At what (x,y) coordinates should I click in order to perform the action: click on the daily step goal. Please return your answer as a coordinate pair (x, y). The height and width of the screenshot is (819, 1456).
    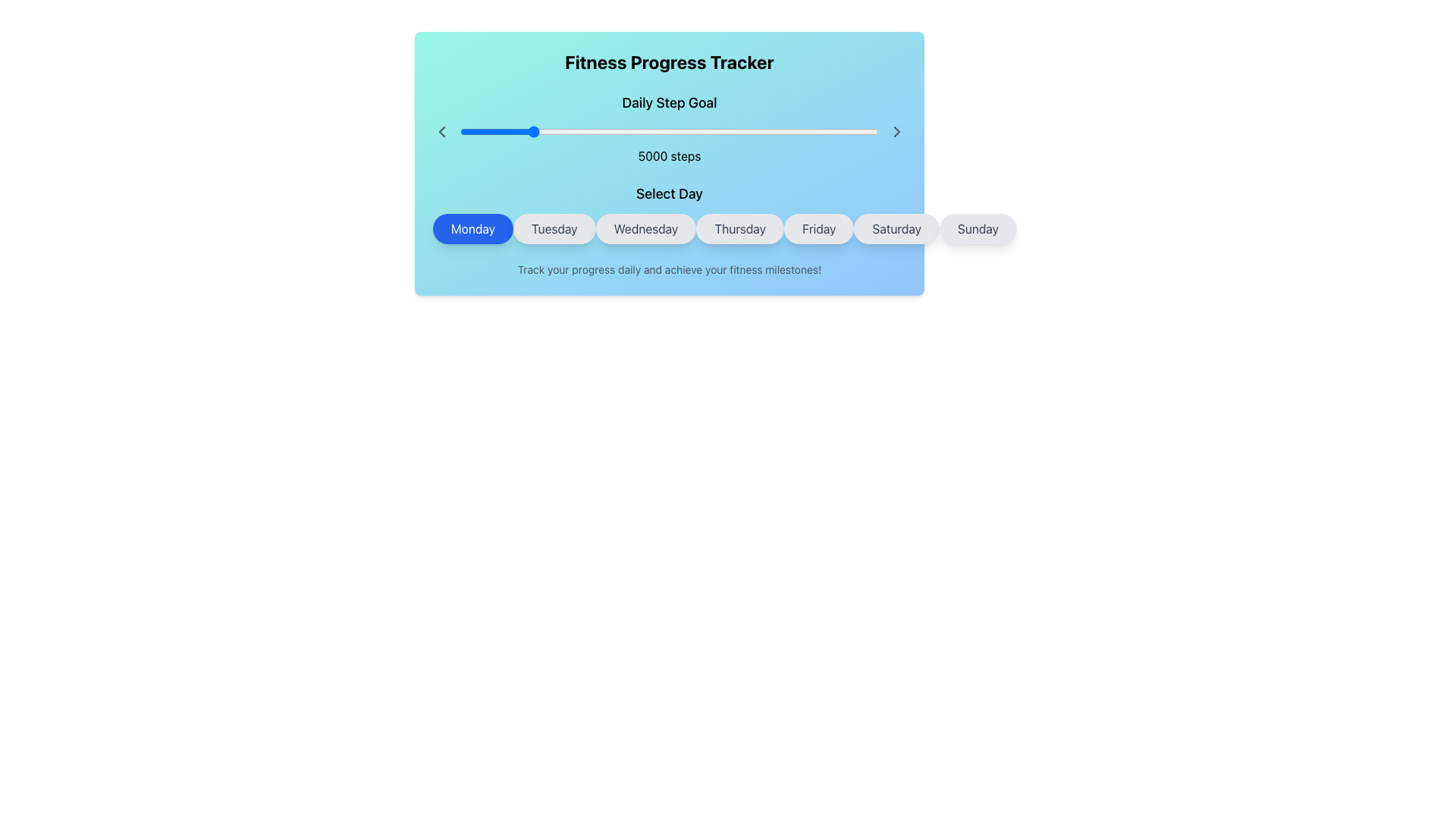
    Looking at the image, I should click on (746, 130).